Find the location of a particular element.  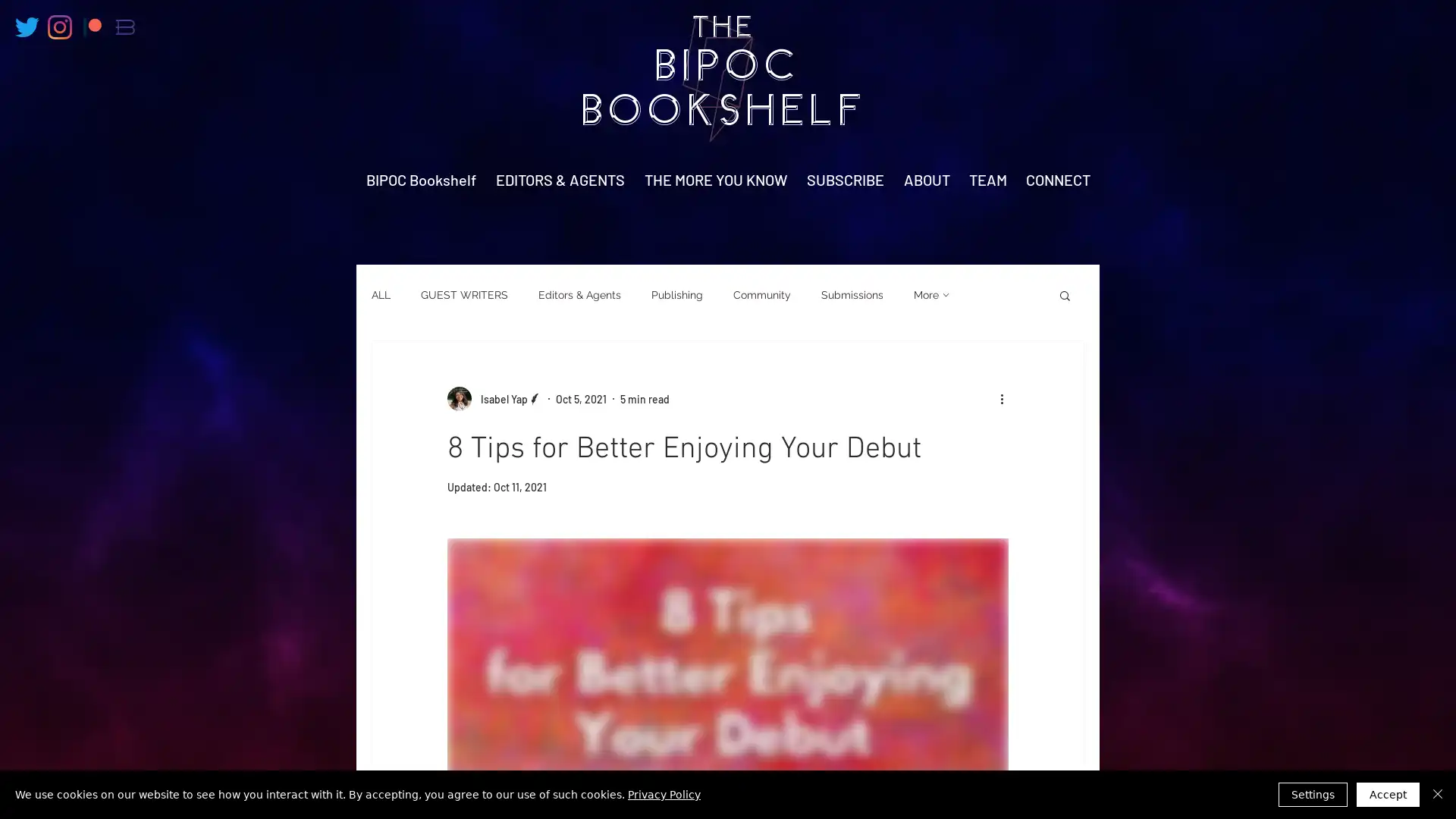

Close is located at coordinates (1437, 794).